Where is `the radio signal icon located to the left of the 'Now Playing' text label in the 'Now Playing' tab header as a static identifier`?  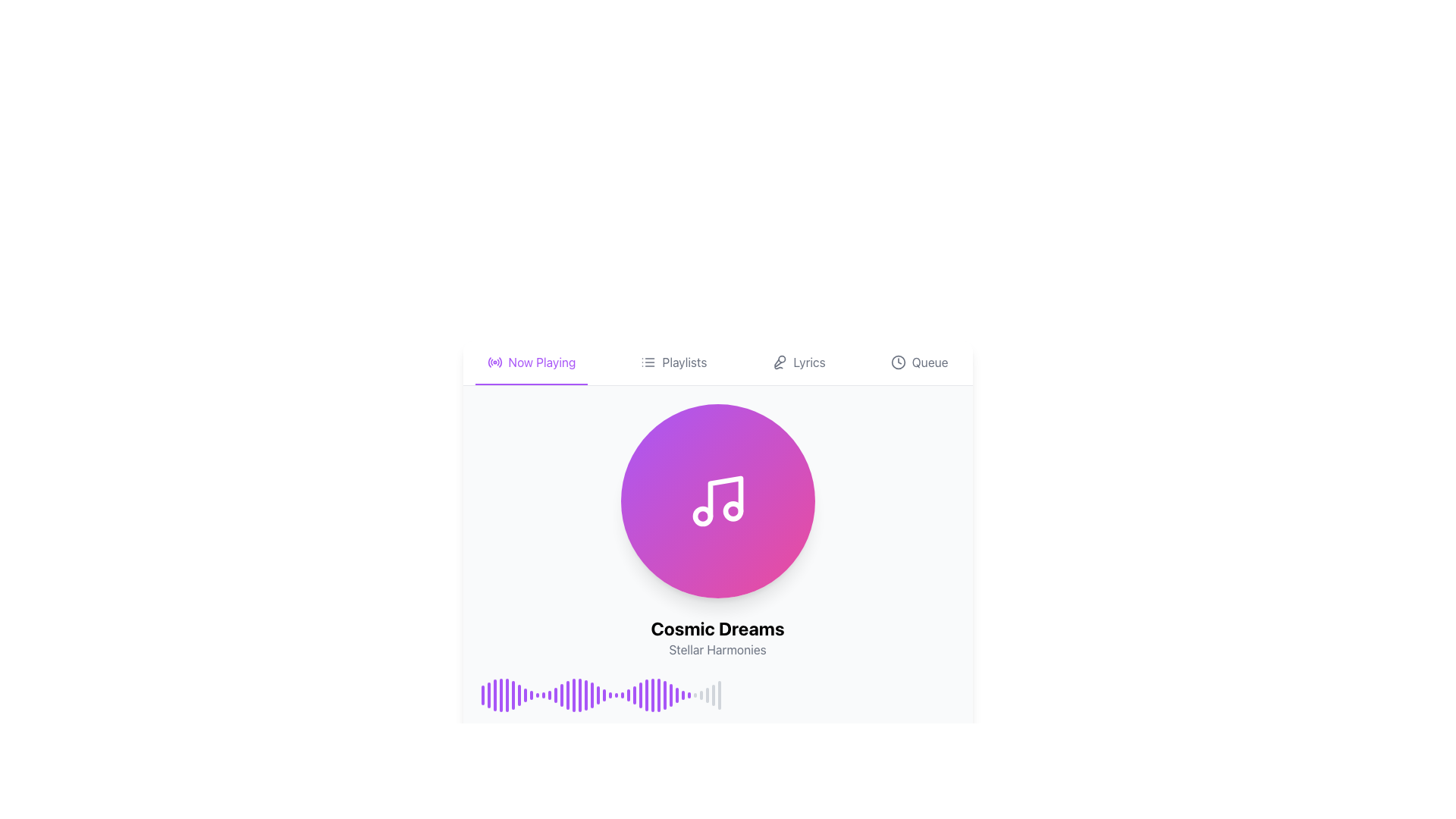
the radio signal icon located to the left of the 'Now Playing' text label in the 'Now Playing' tab header as a static identifier is located at coordinates (494, 362).